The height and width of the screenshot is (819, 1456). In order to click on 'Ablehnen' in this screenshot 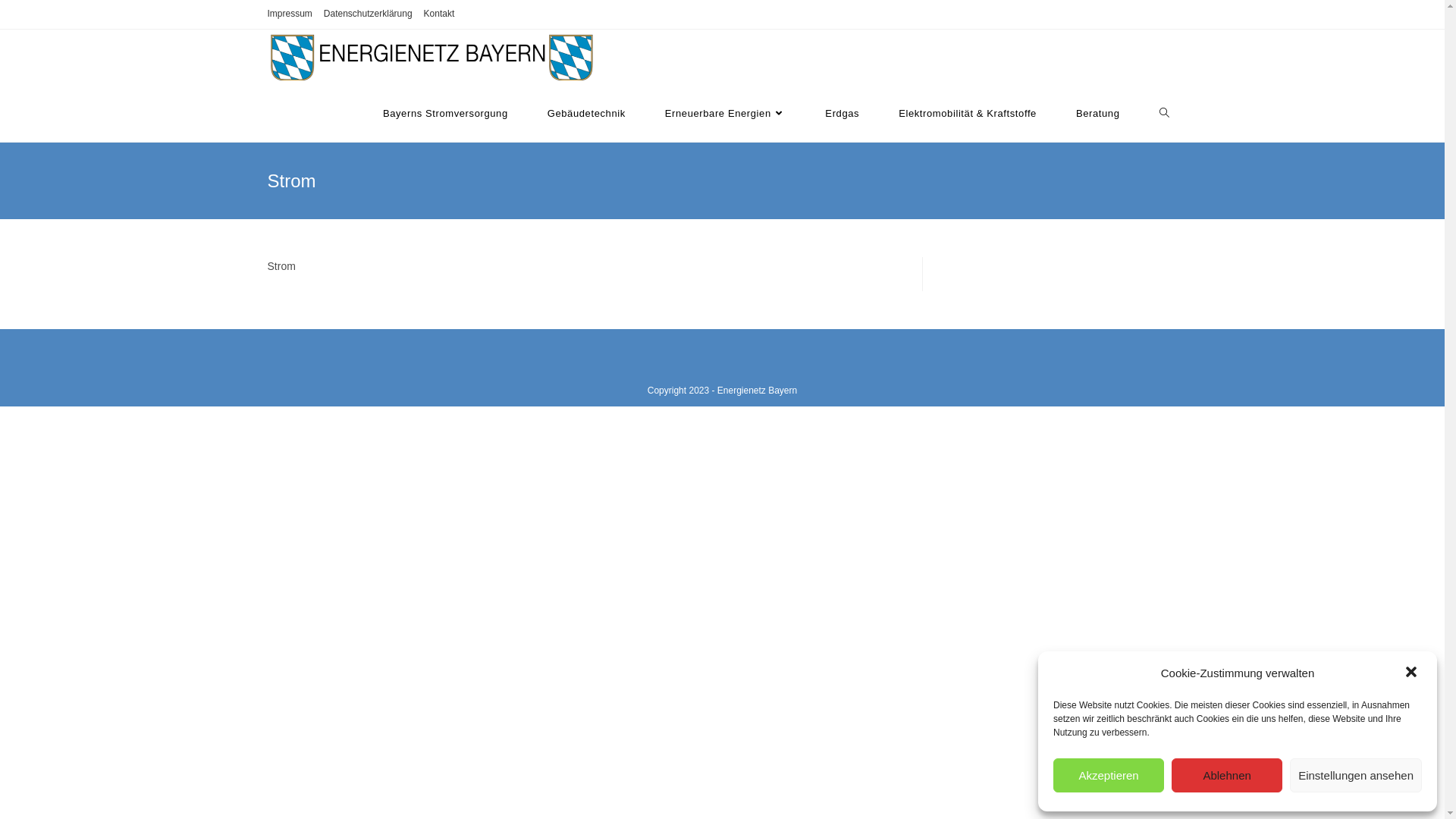, I will do `click(1226, 775)`.